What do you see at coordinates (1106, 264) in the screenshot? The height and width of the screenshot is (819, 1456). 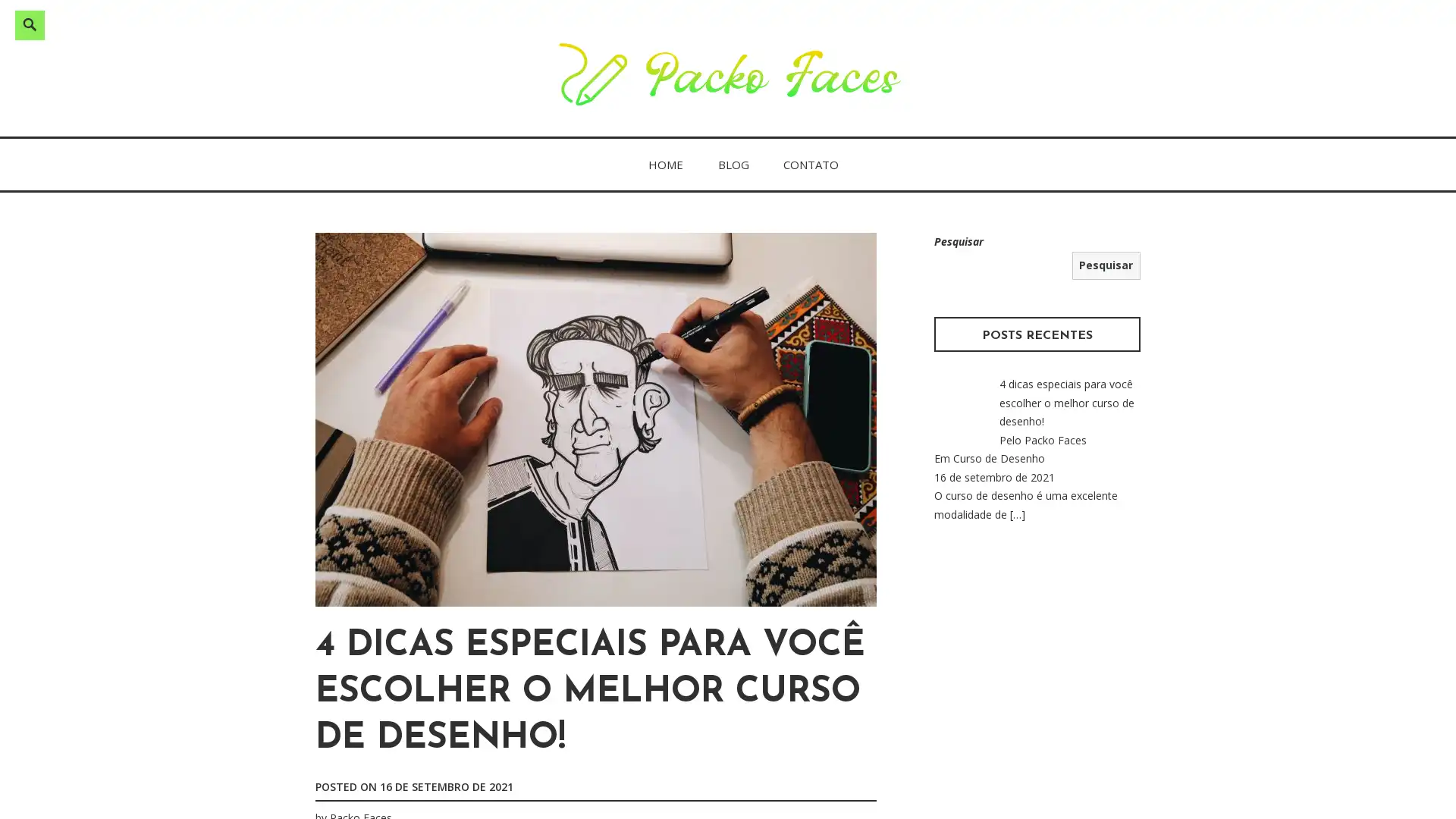 I see `Pesquisar` at bounding box center [1106, 264].